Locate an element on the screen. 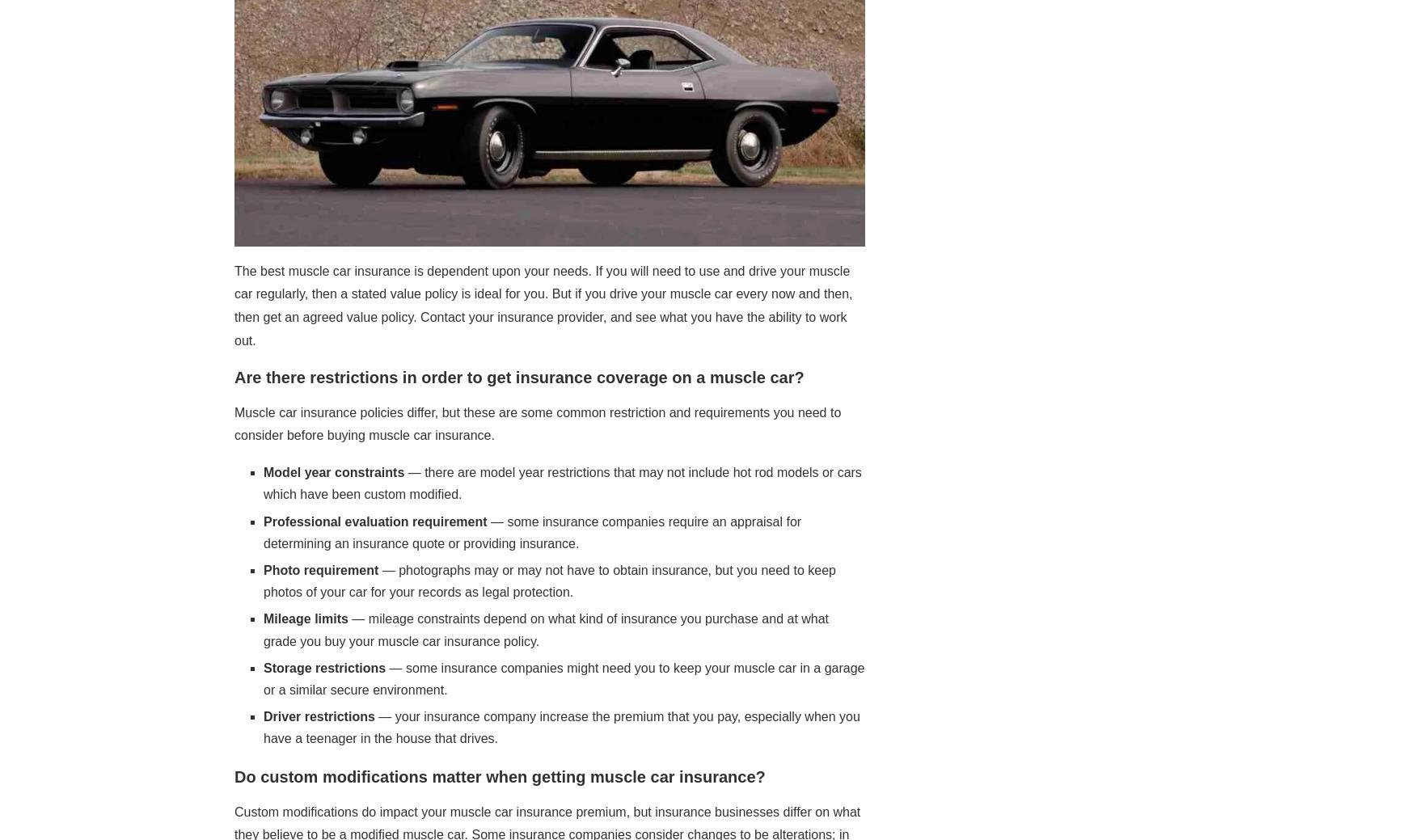  '— some insurance companies might need you to keep your muscle car in a garage or a similar secure environment.' is located at coordinates (564, 677).